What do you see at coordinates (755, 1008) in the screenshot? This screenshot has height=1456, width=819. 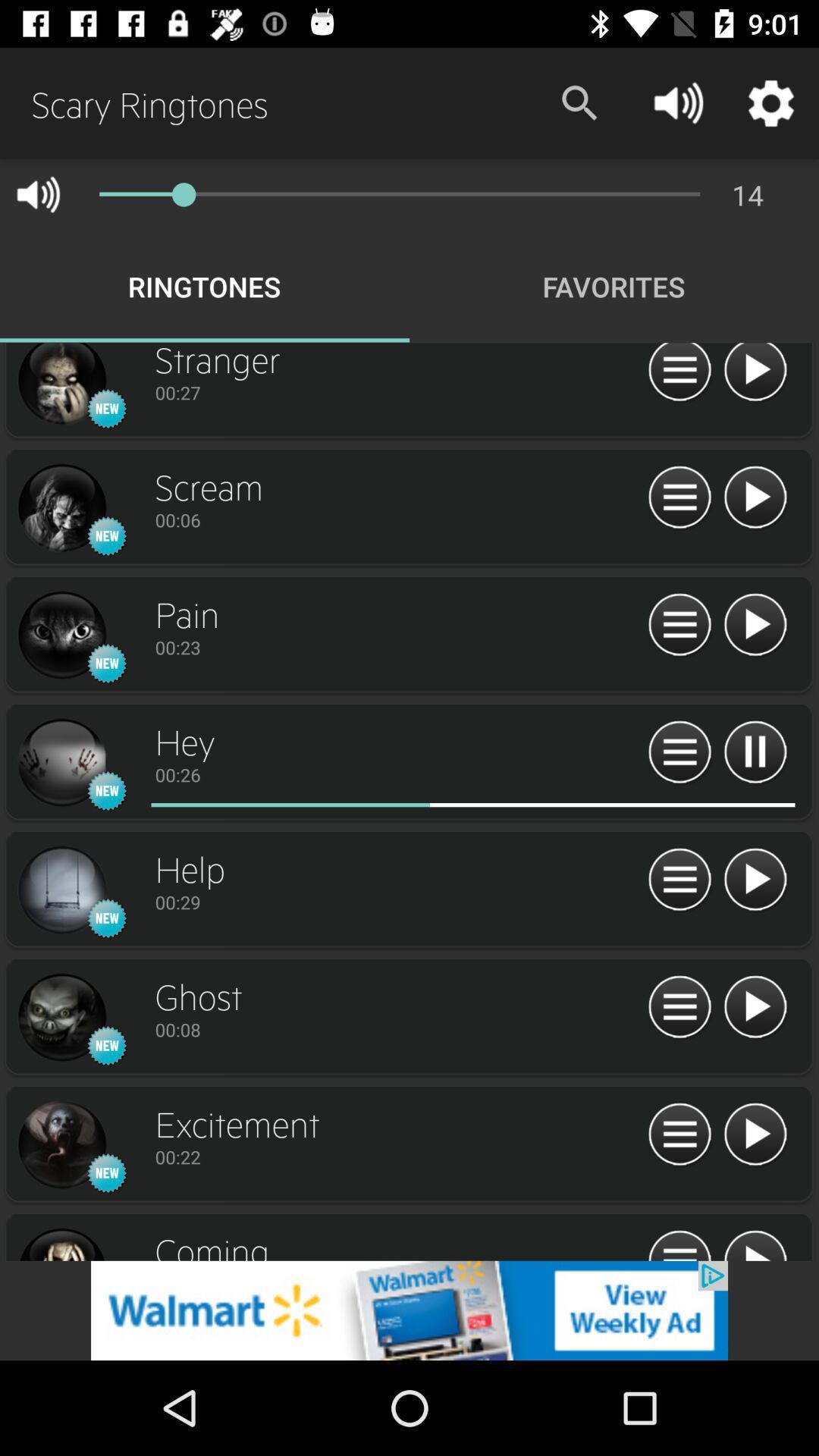 I see `sound` at bounding box center [755, 1008].